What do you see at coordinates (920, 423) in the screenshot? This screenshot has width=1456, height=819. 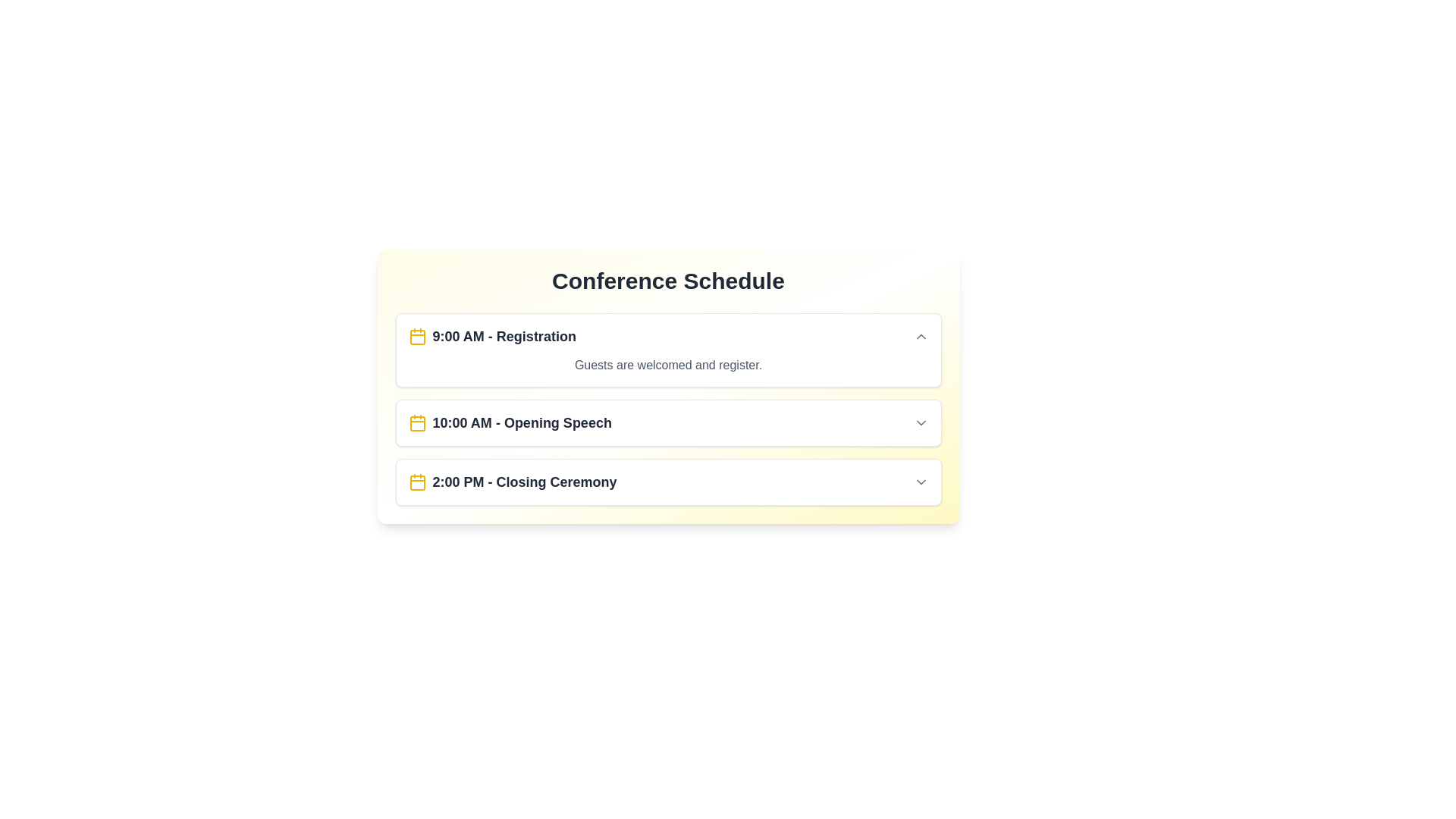 I see `the downward-facing chevron icon at the far right of the row containing '10:00 AM - Opening Speech'` at bounding box center [920, 423].